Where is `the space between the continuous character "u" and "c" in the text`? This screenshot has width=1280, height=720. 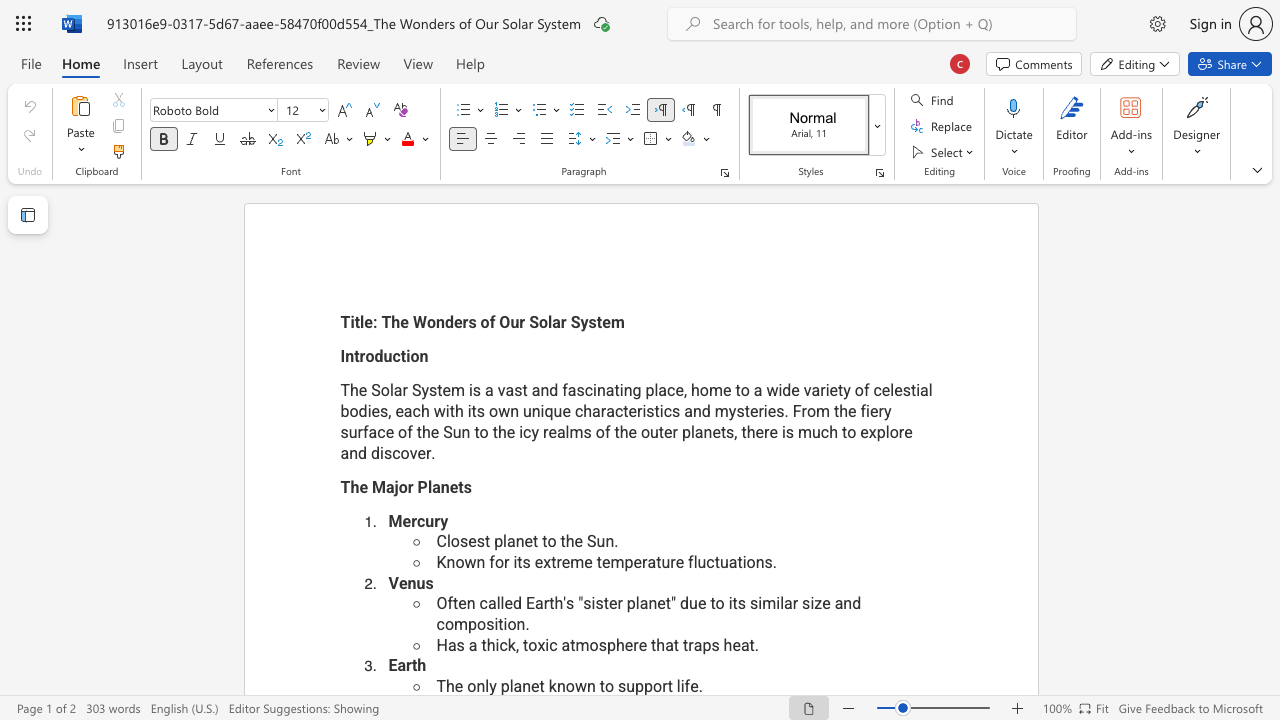
the space between the continuous character "u" and "c" in the text is located at coordinates (820, 431).